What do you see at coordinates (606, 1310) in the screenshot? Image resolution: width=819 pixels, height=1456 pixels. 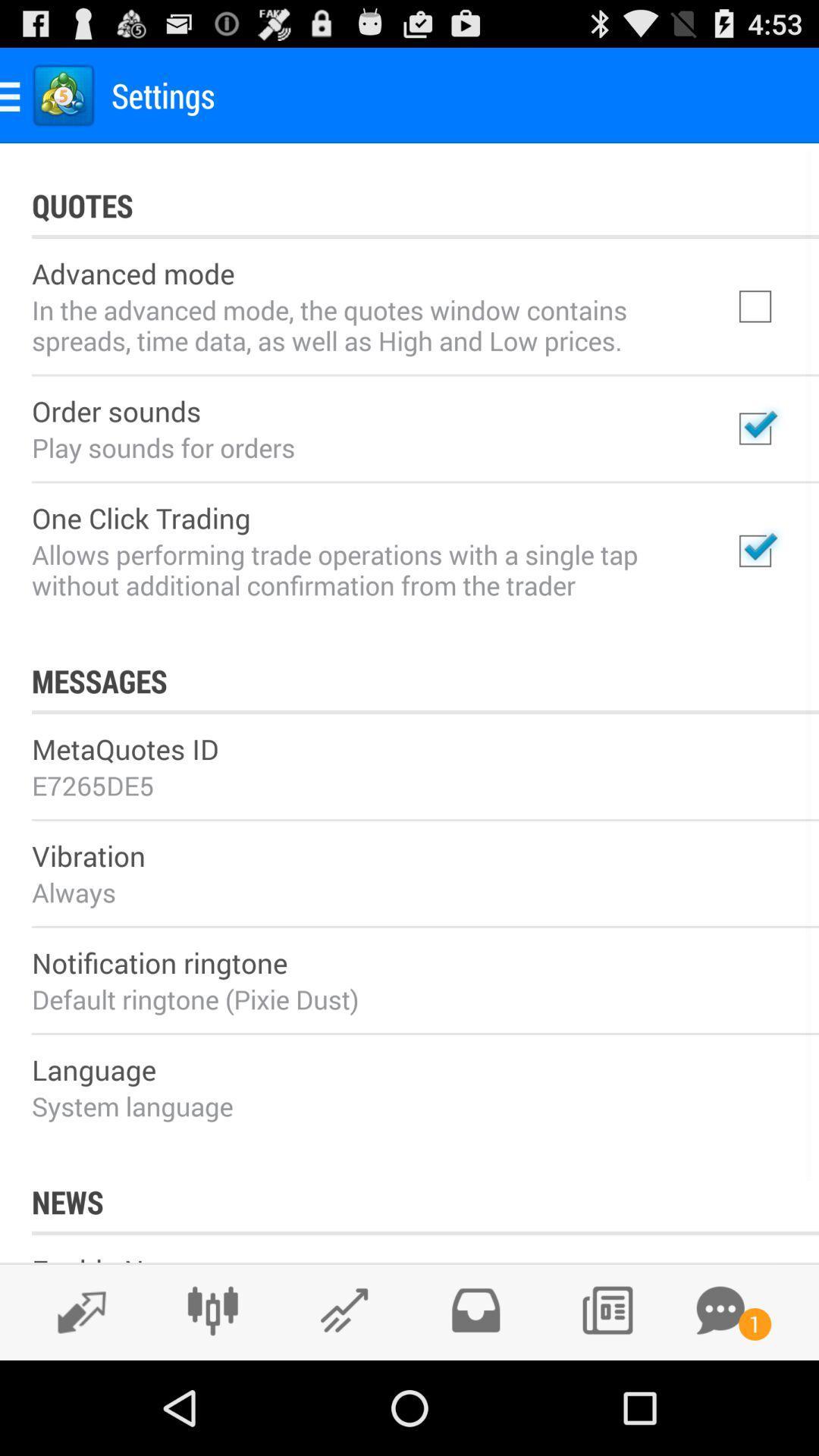 I see `news` at bounding box center [606, 1310].